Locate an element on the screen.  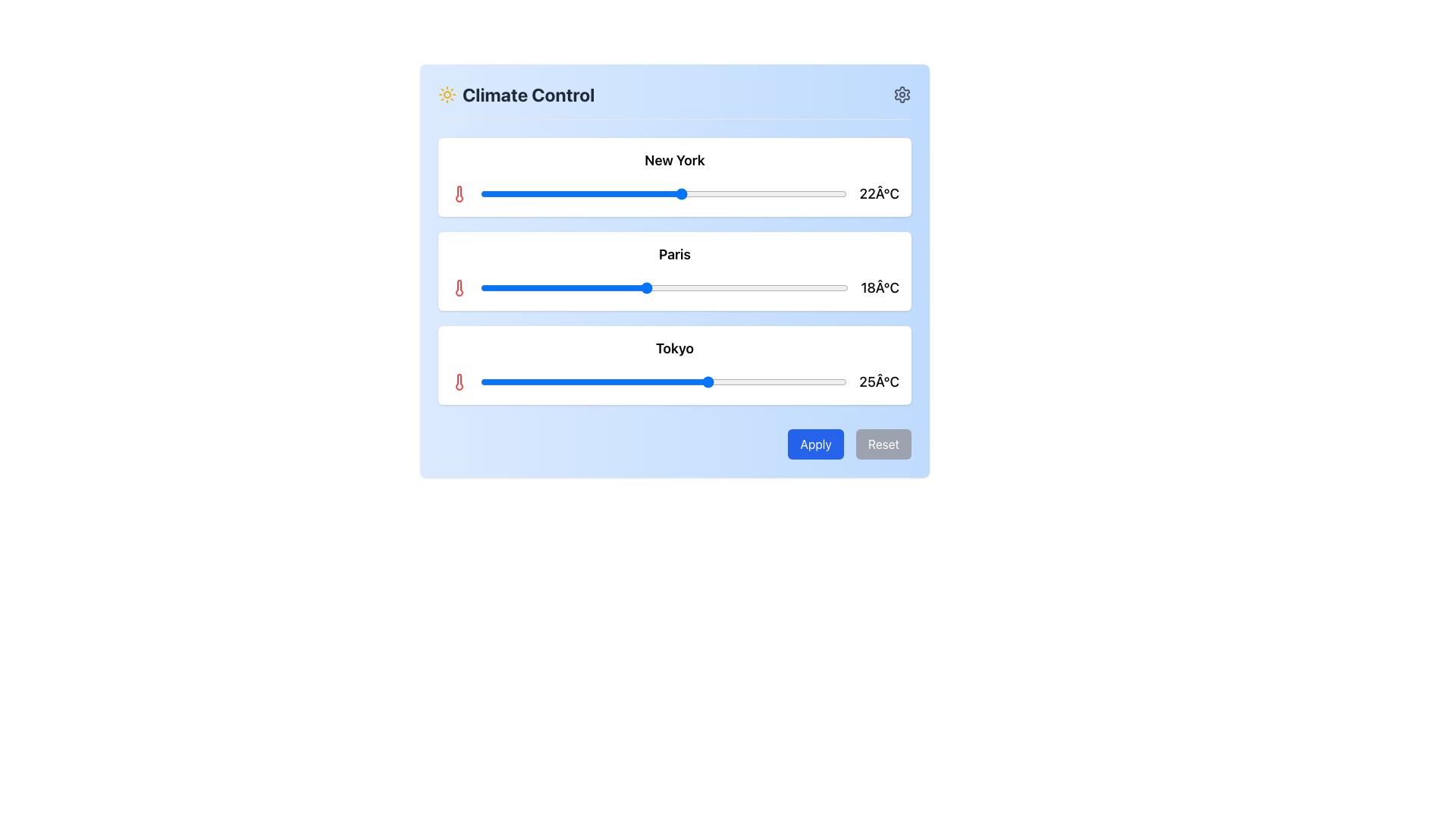
the temperature value is located at coordinates (490, 193).